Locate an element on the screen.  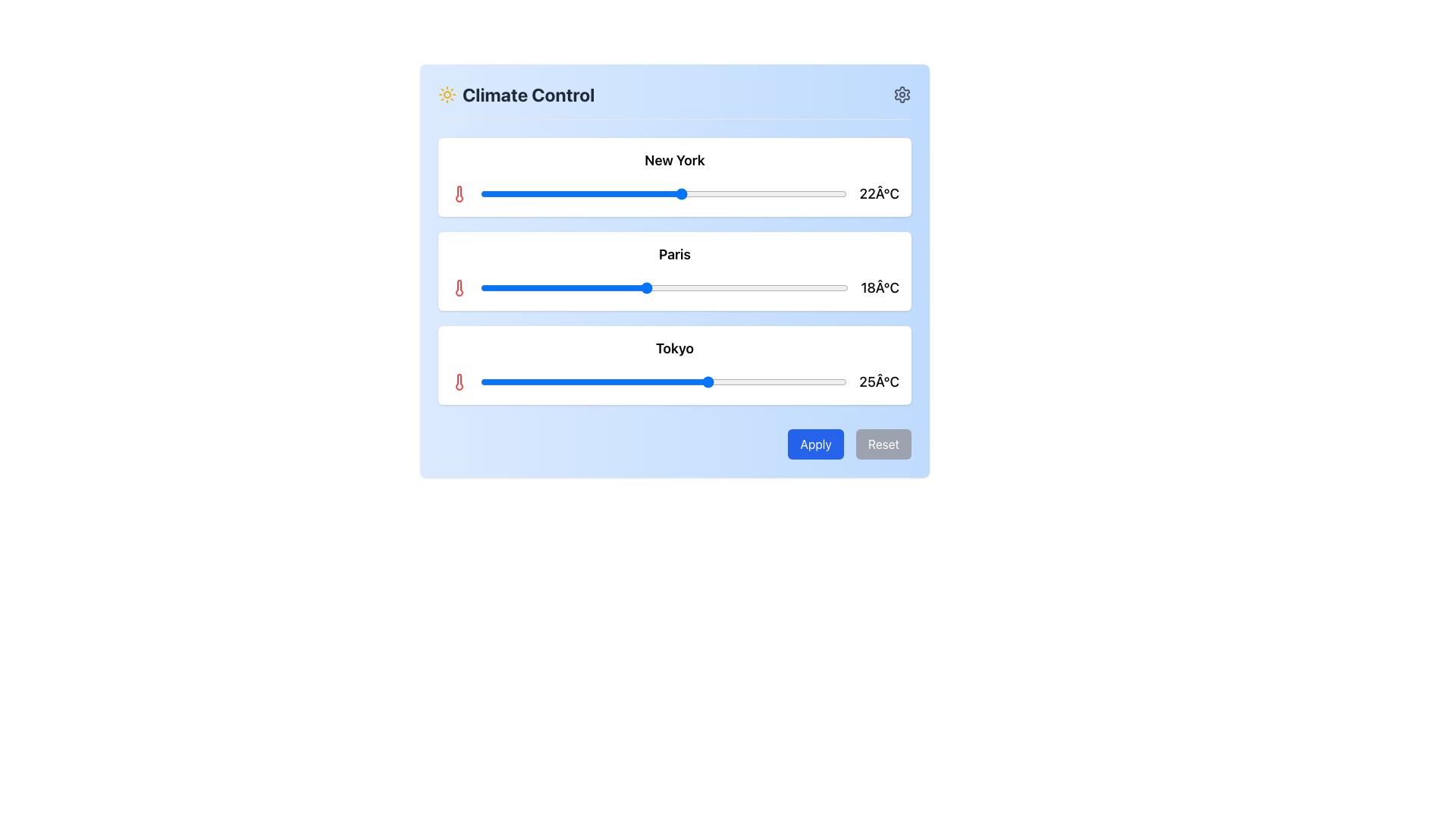
the temperature value is located at coordinates (490, 193).